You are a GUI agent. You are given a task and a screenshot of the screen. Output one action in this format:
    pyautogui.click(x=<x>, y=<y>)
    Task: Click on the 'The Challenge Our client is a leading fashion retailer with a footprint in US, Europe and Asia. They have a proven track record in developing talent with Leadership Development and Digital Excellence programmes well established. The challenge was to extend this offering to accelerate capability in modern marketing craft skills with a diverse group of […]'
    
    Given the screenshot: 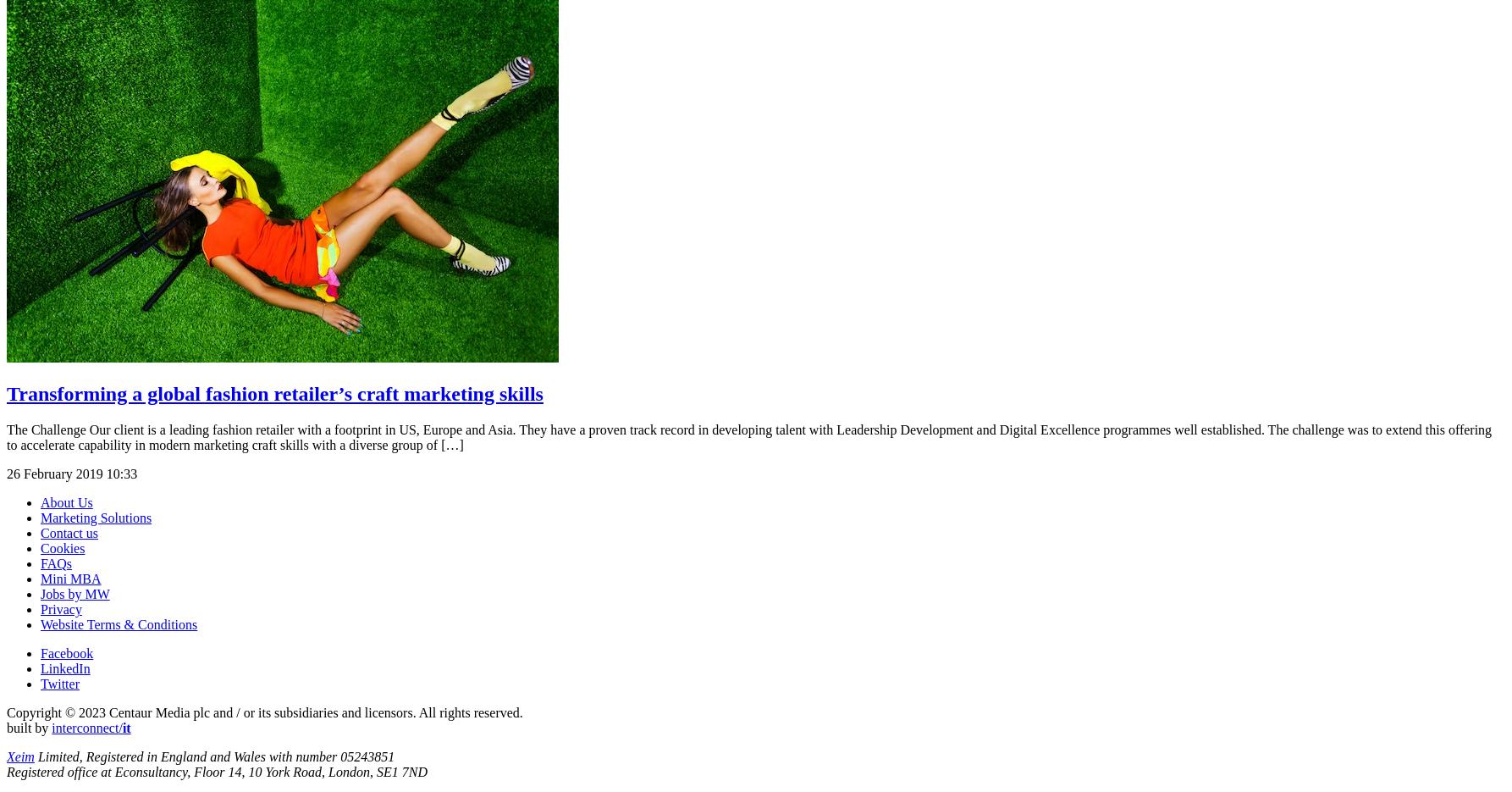 What is the action you would take?
    pyautogui.click(x=748, y=435)
    